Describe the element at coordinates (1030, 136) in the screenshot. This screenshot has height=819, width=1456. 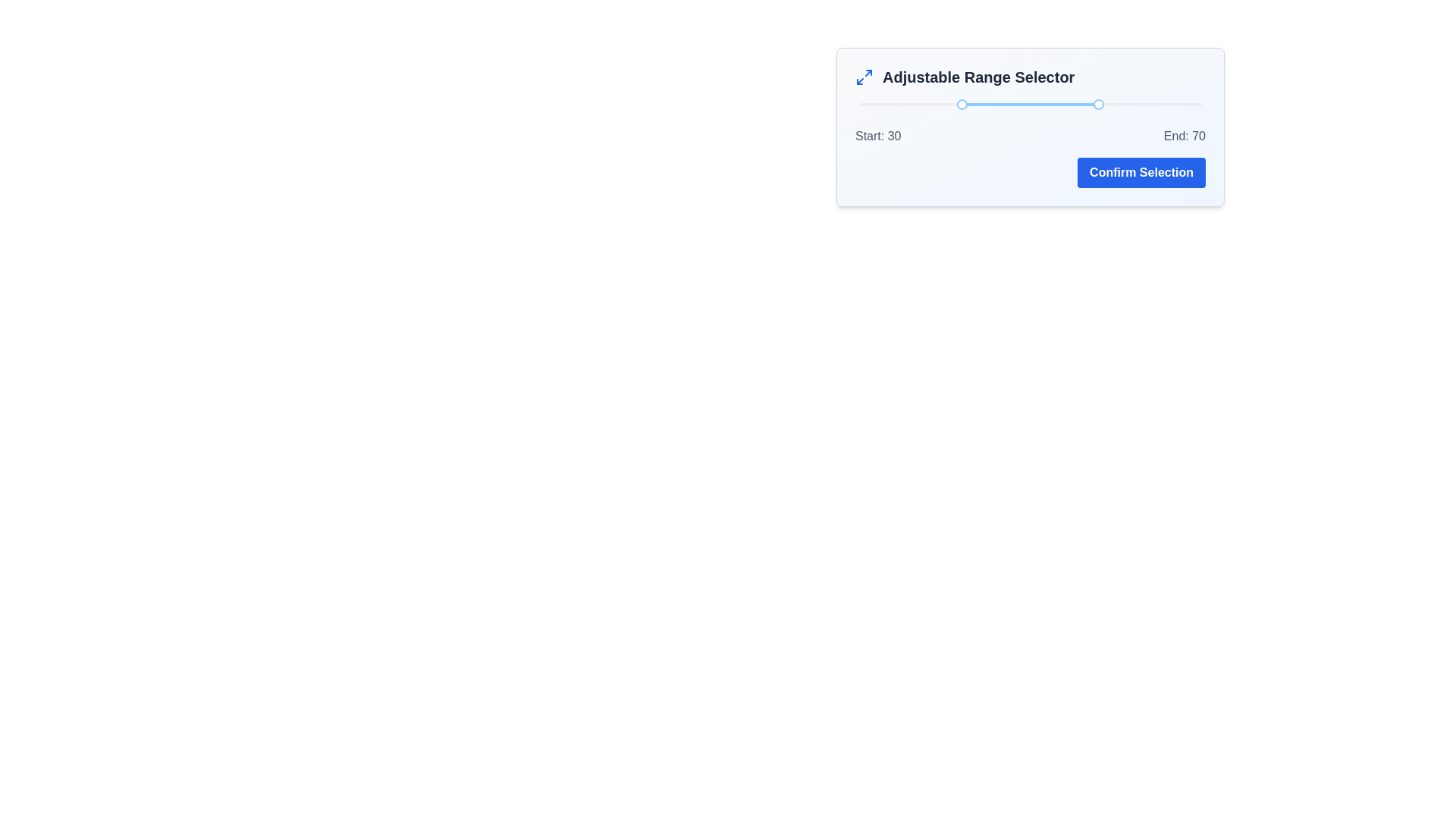
I see `the Text Display element that shows 'Start: 30' on the left and 'End: 70' on the right, which is styled with a subtle gray font color and is located below the range slider component` at that location.